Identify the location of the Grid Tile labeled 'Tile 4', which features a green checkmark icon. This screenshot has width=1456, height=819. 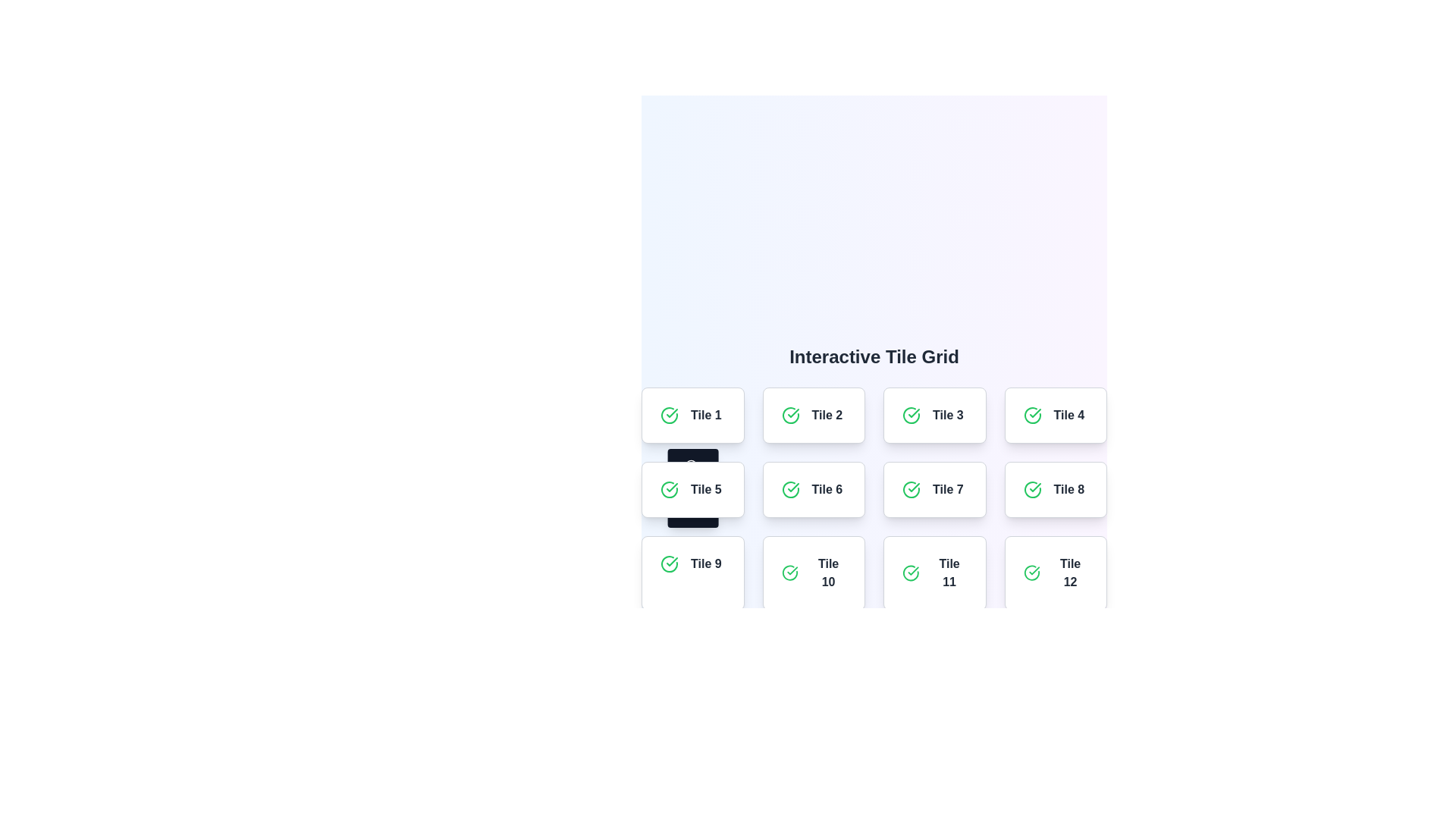
(1055, 415).